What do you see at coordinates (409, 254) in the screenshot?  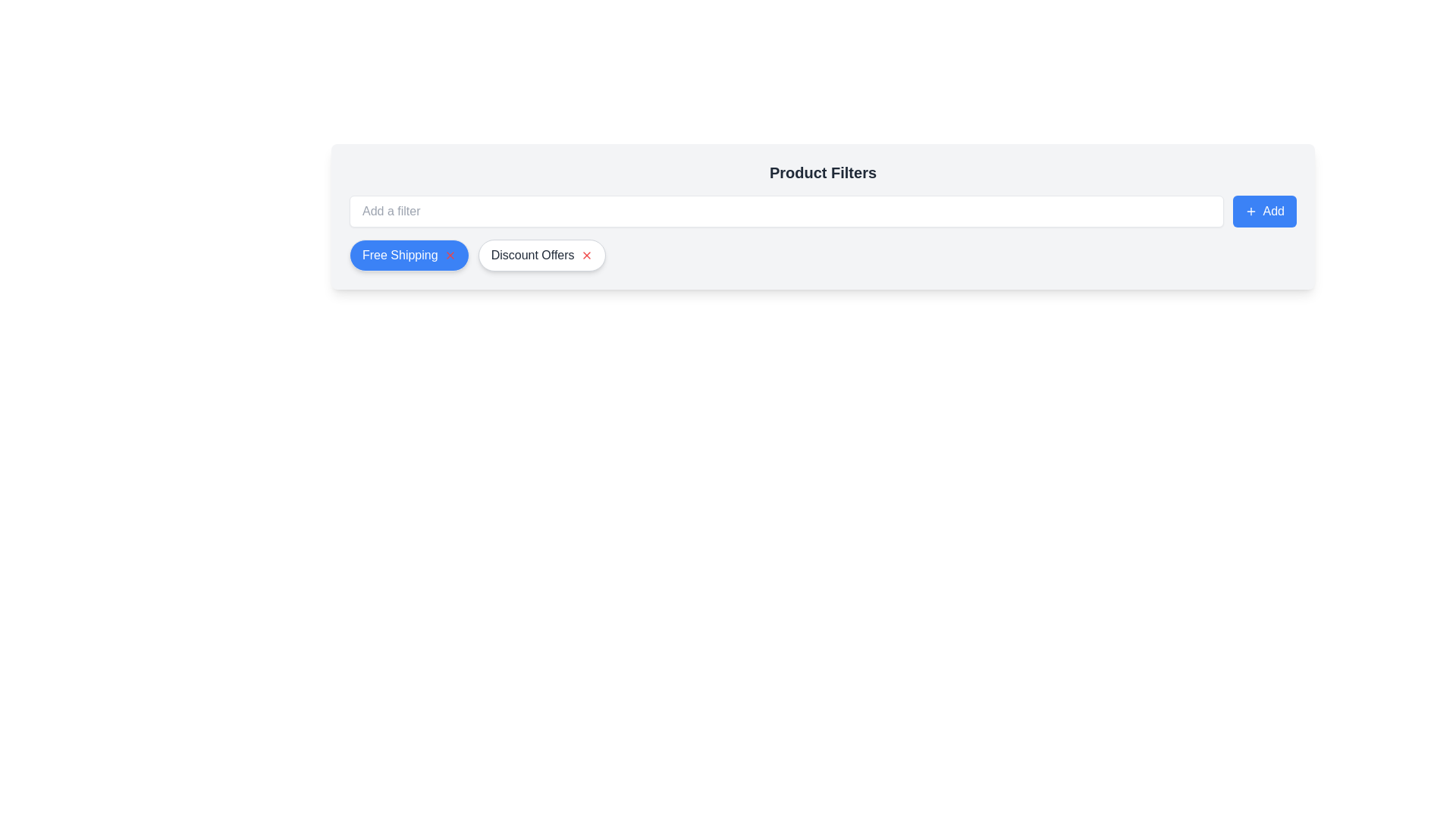 I see `the 'x' icon on the 'Free Shipping' filter button located in the 'Product Filters' section` at bounding box center [409, 254].